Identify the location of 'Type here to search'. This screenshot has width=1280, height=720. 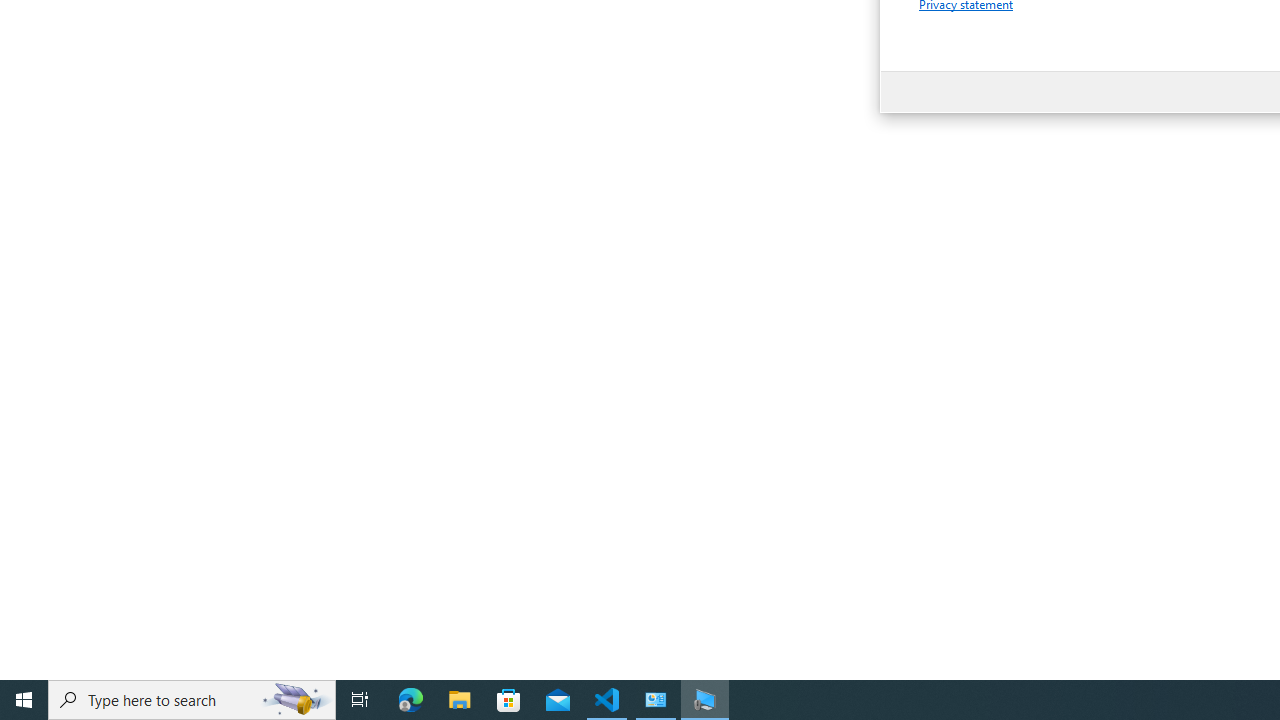
(192, 698).